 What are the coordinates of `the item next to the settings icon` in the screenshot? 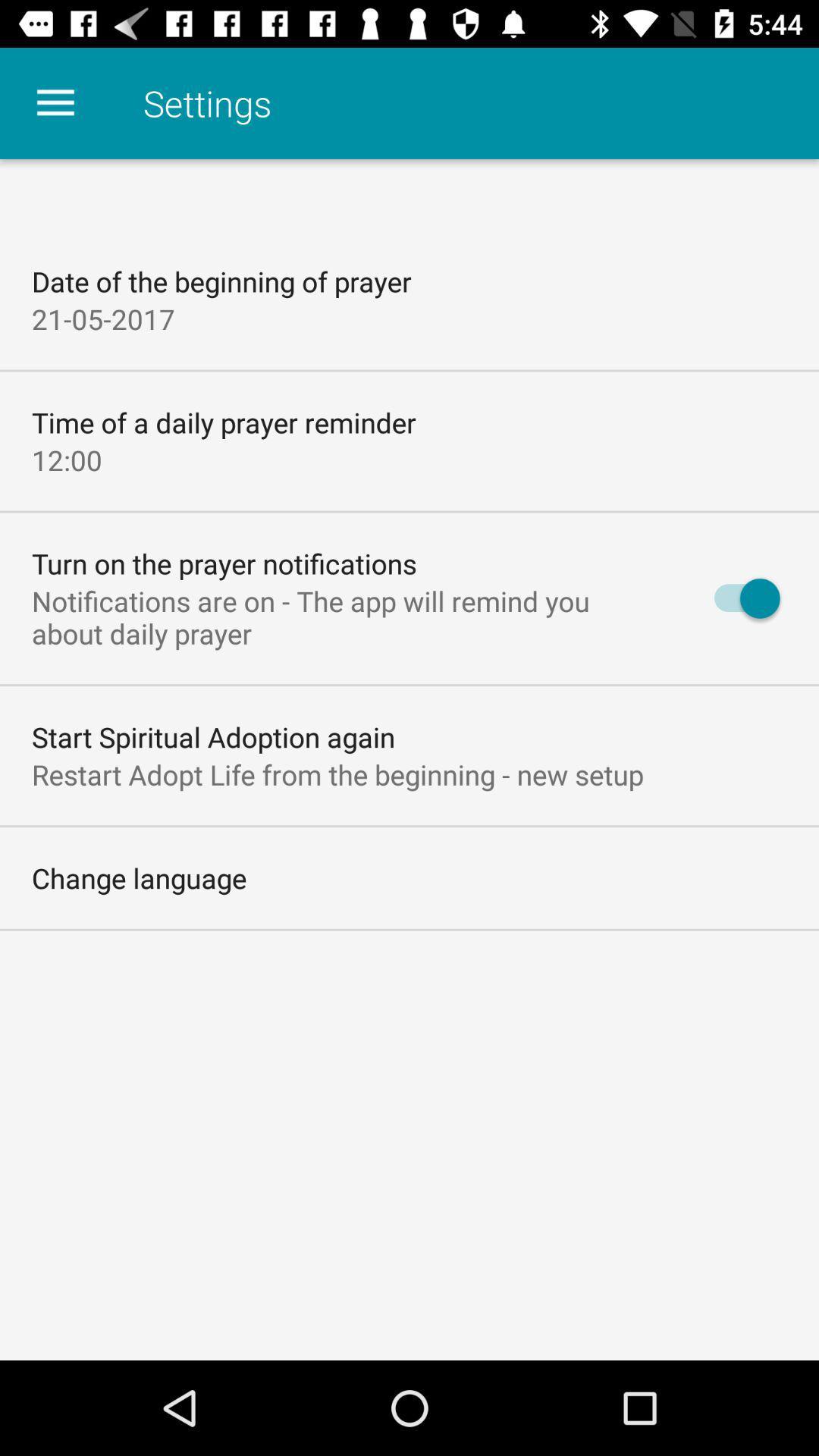 It's located at (55, 102).